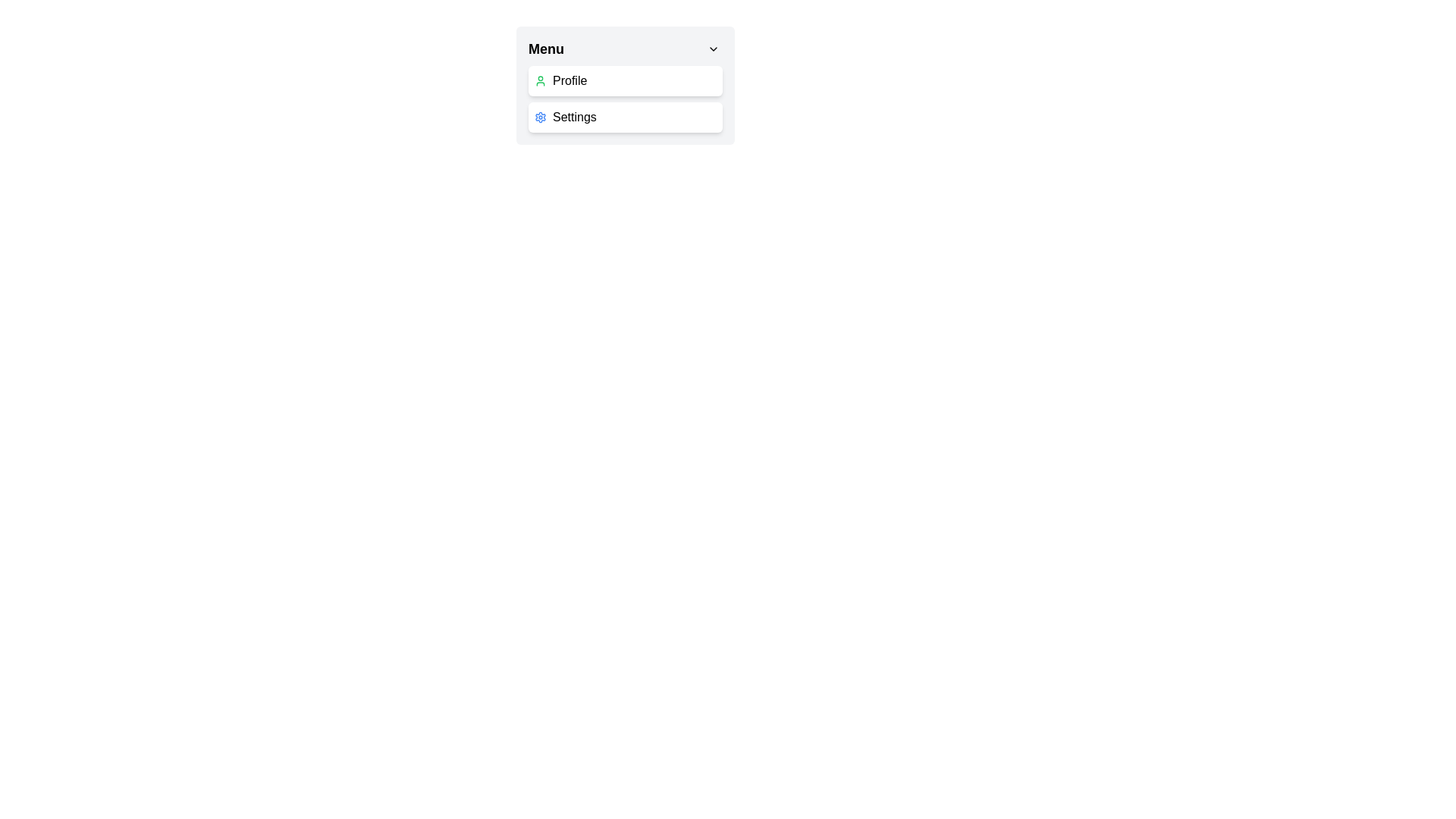 The width and height of the screenshot is (1456, 819). What do you see at coordinates (541, 116) in the screenshot?
I see `the cogwheel/settings icon located in the dropdown menu under the 'Settings' option` at bounding box center [541, 116].